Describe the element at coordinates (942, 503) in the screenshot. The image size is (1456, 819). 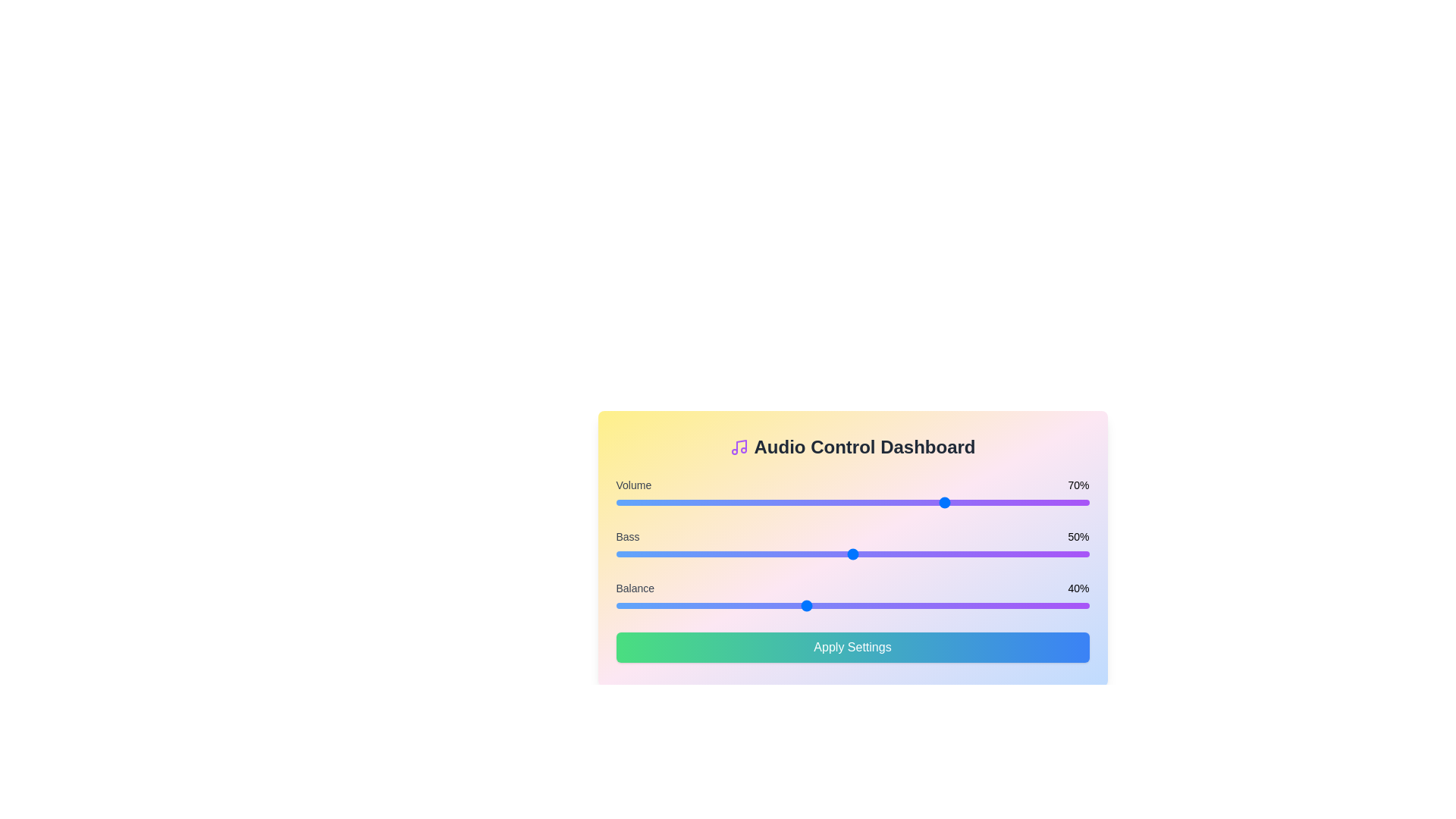
I see `the volume slider` at that location.